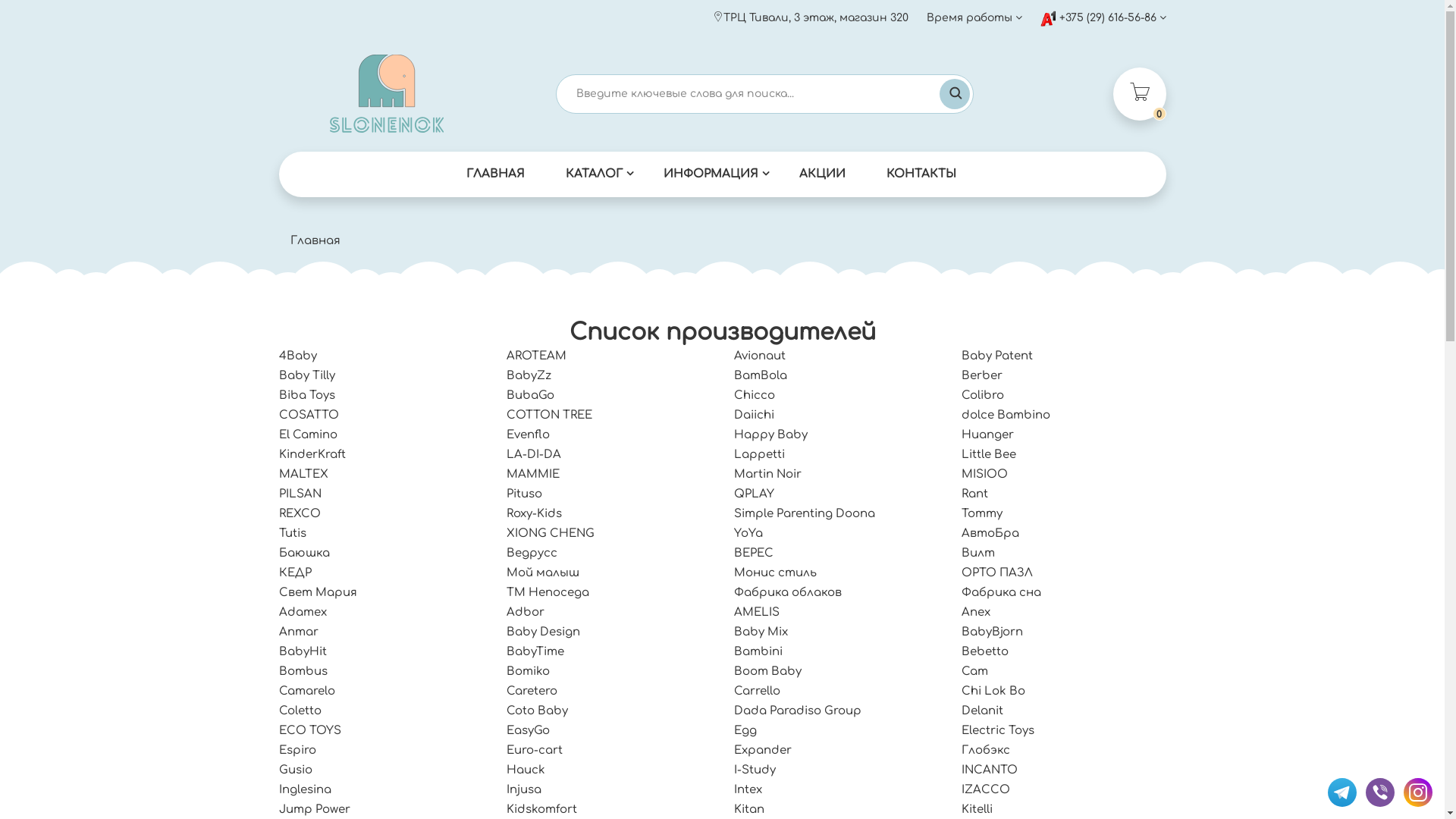  What do you see at coordinates (982, 711) in the screenshot?
I see `'Delanit'` at bounding box center [982, 711].